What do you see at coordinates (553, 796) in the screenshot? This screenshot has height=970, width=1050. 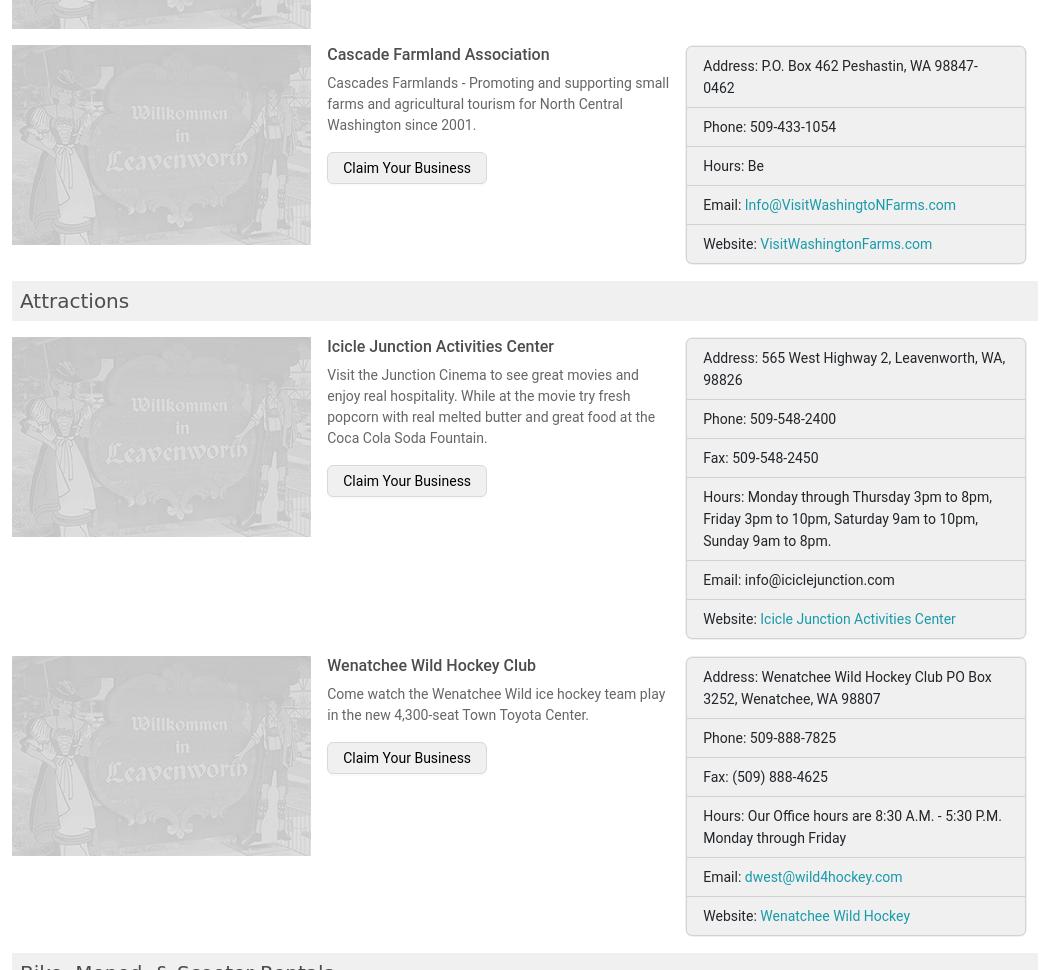 I see `'How to Book'` at bounding box center [553, 796].